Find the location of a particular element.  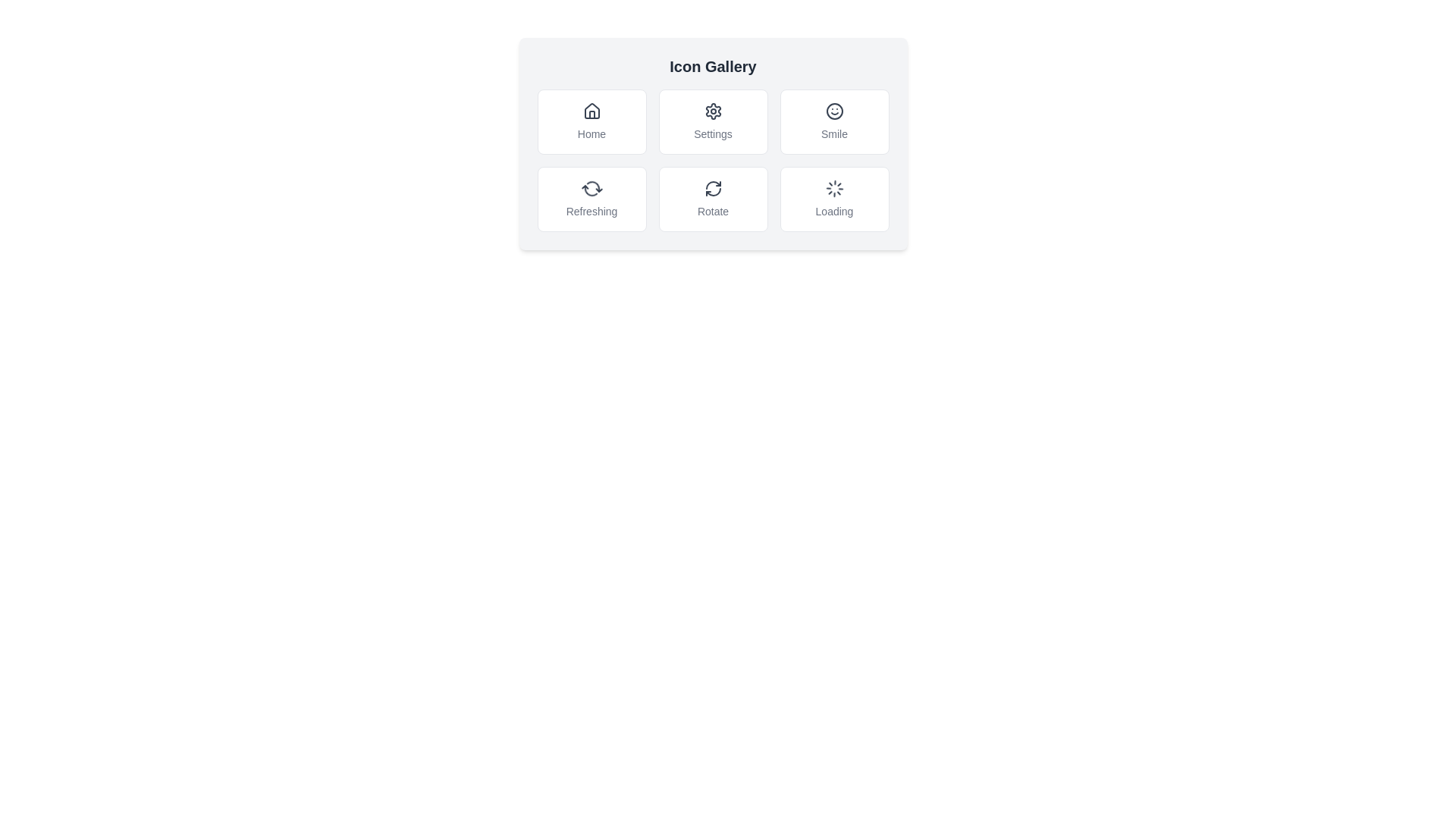

the house-shaped icon in the upper-left corner of the grid layout is located at coordinates (591, 110).